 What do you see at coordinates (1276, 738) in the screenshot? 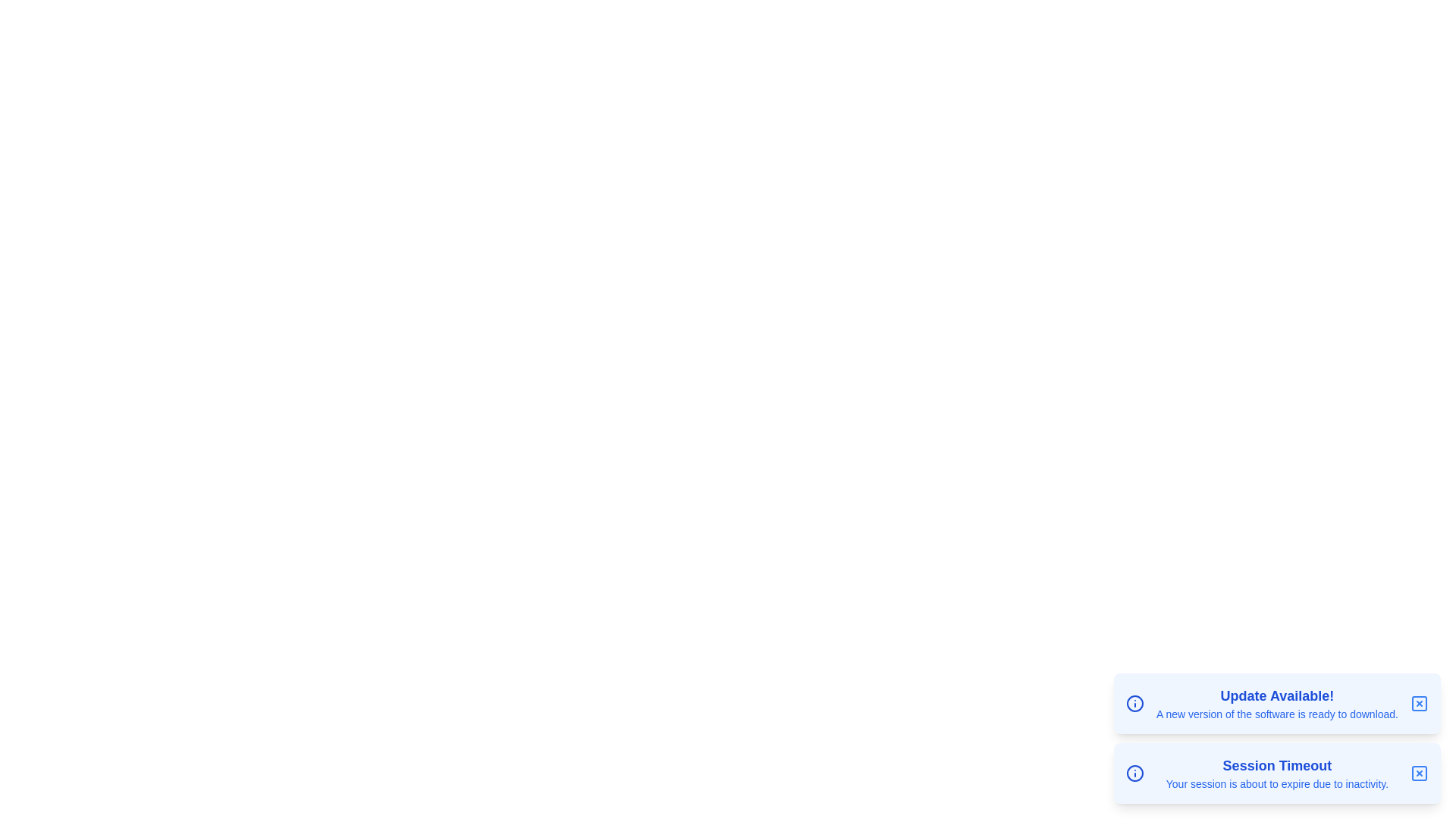
I see `the notification area to focus on it` at bounding box center [1276, 738].